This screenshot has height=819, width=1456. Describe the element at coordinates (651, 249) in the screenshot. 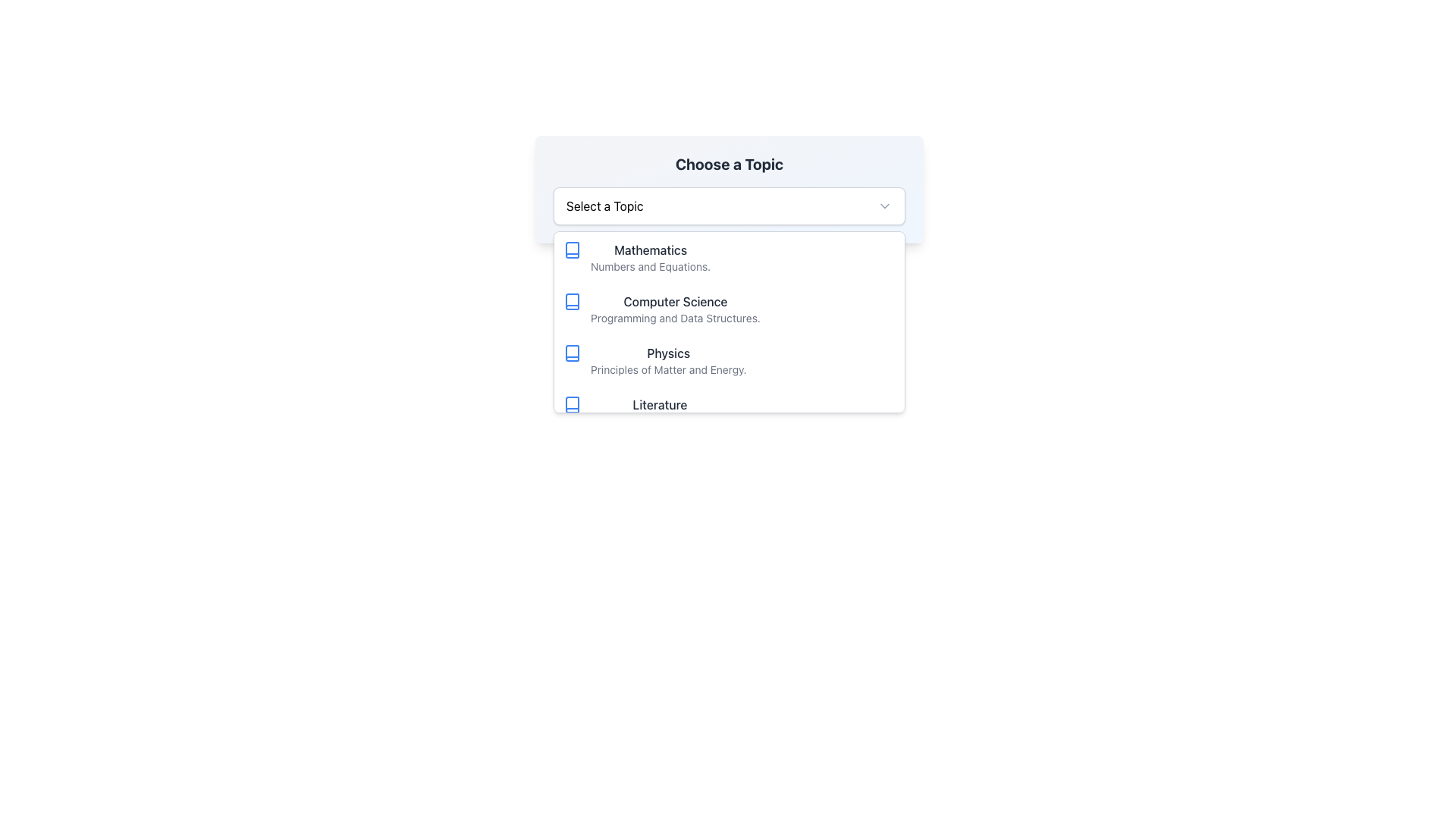

I see `the 'Mathematics' text label located at the top of the dropdown menu that identifies the topic` at that location.